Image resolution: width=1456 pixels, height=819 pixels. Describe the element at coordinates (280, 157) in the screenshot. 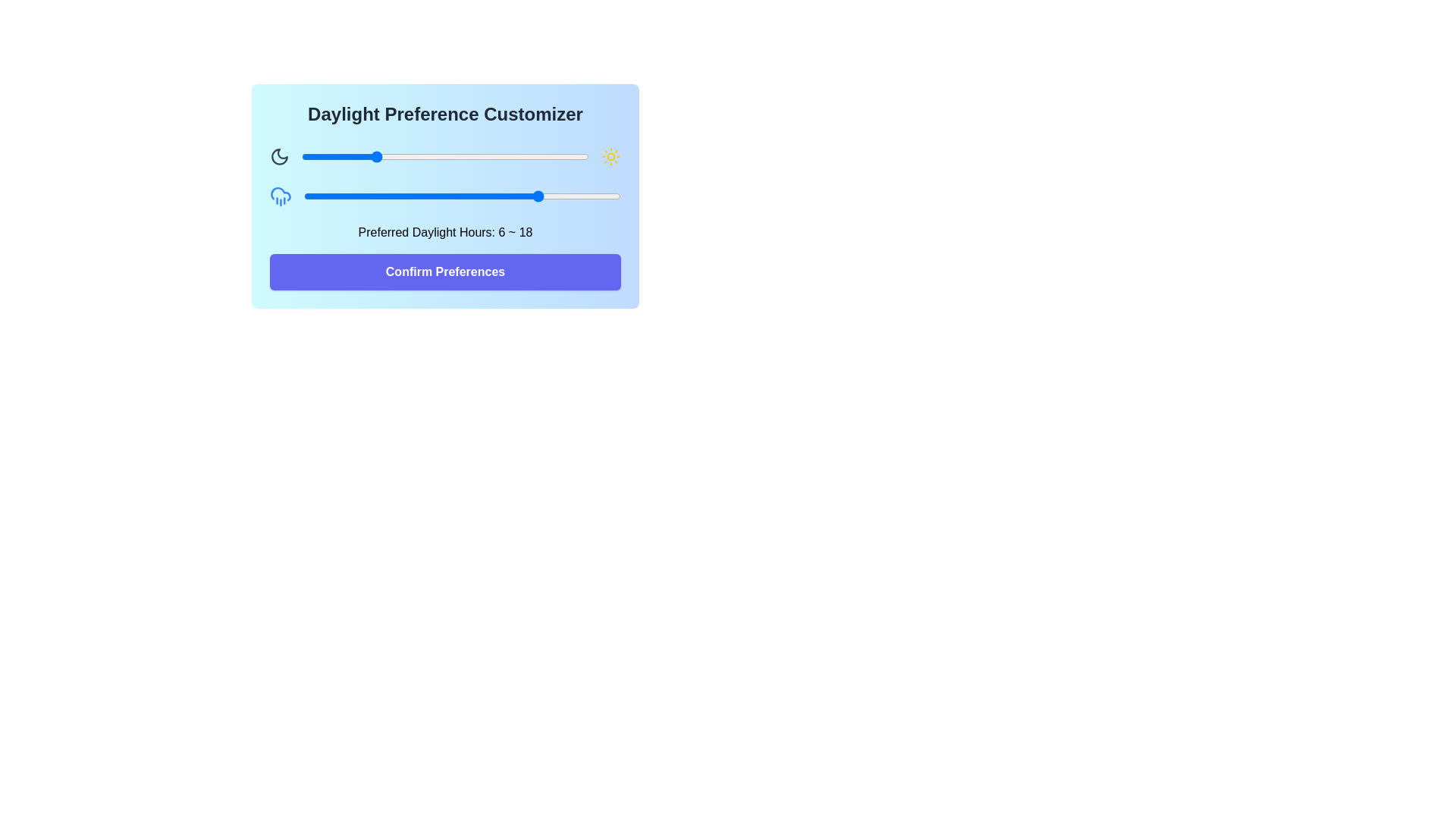

I see `the moon icon that signifies nighttime preferences located at the top-left area of the 'Daylight Preference Customizer' card` at that location.